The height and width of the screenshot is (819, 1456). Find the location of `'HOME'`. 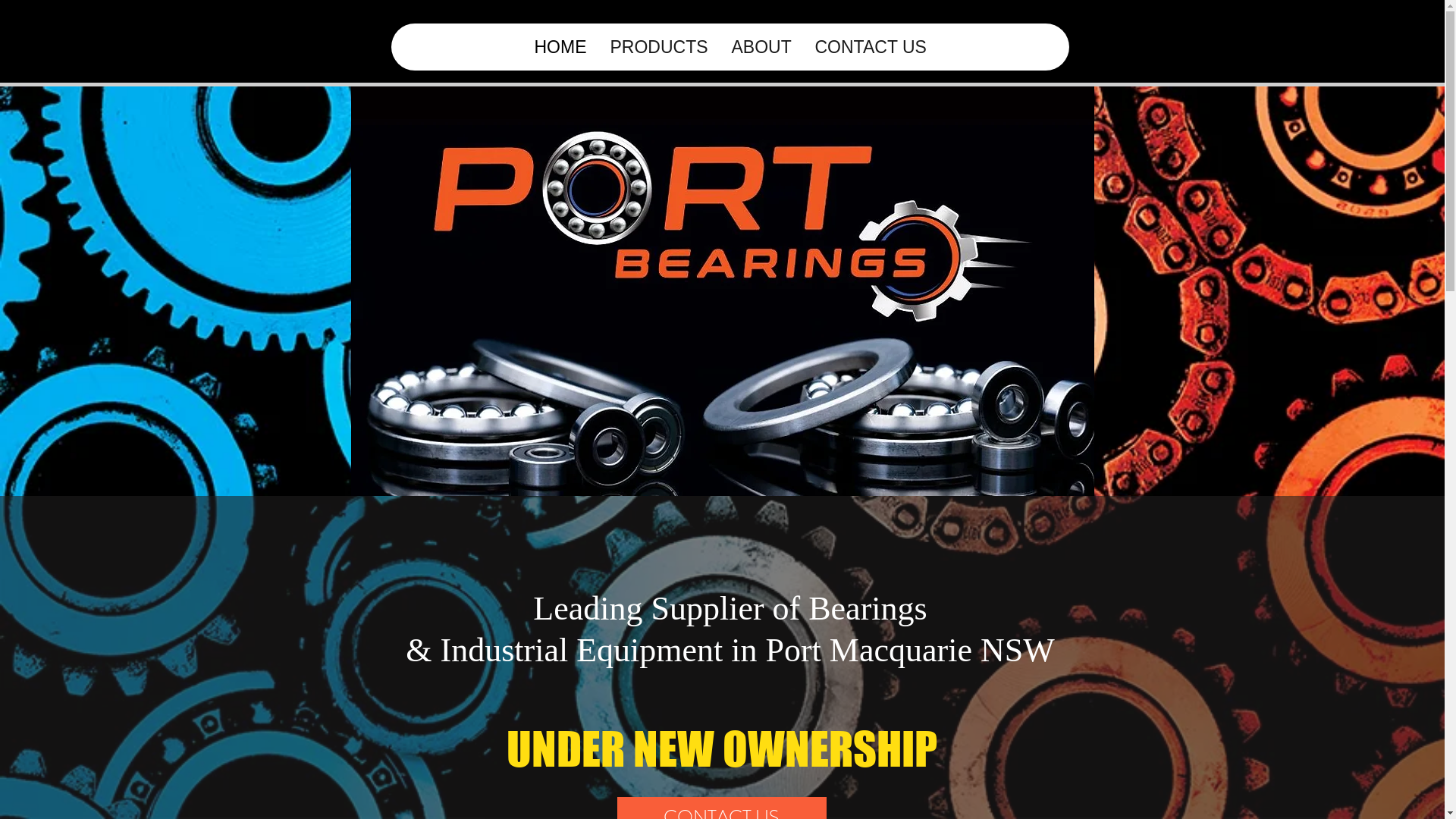

'HOME' is located at coordinates (559, 45).